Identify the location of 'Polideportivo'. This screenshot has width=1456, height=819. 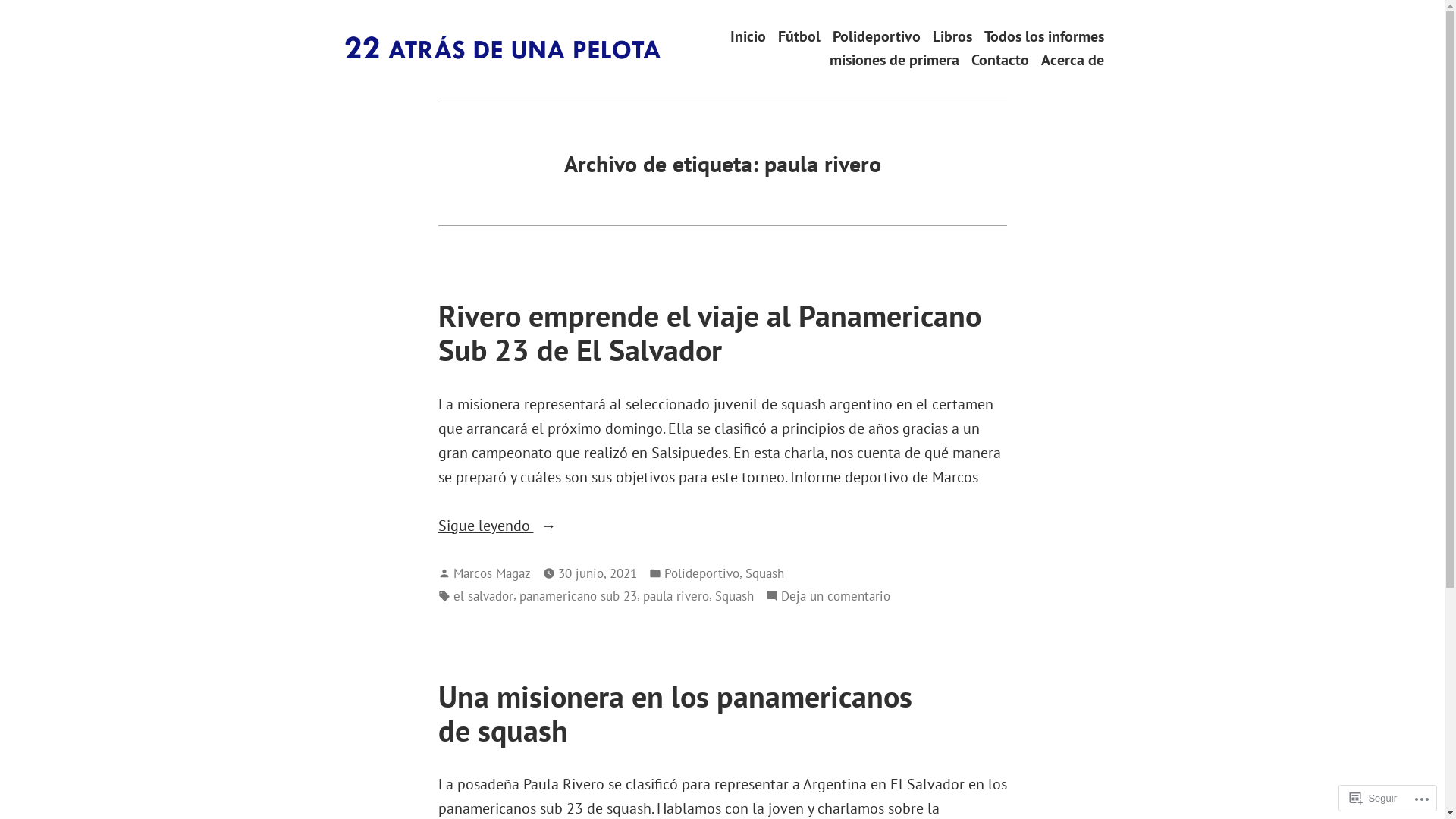
(877, 35).